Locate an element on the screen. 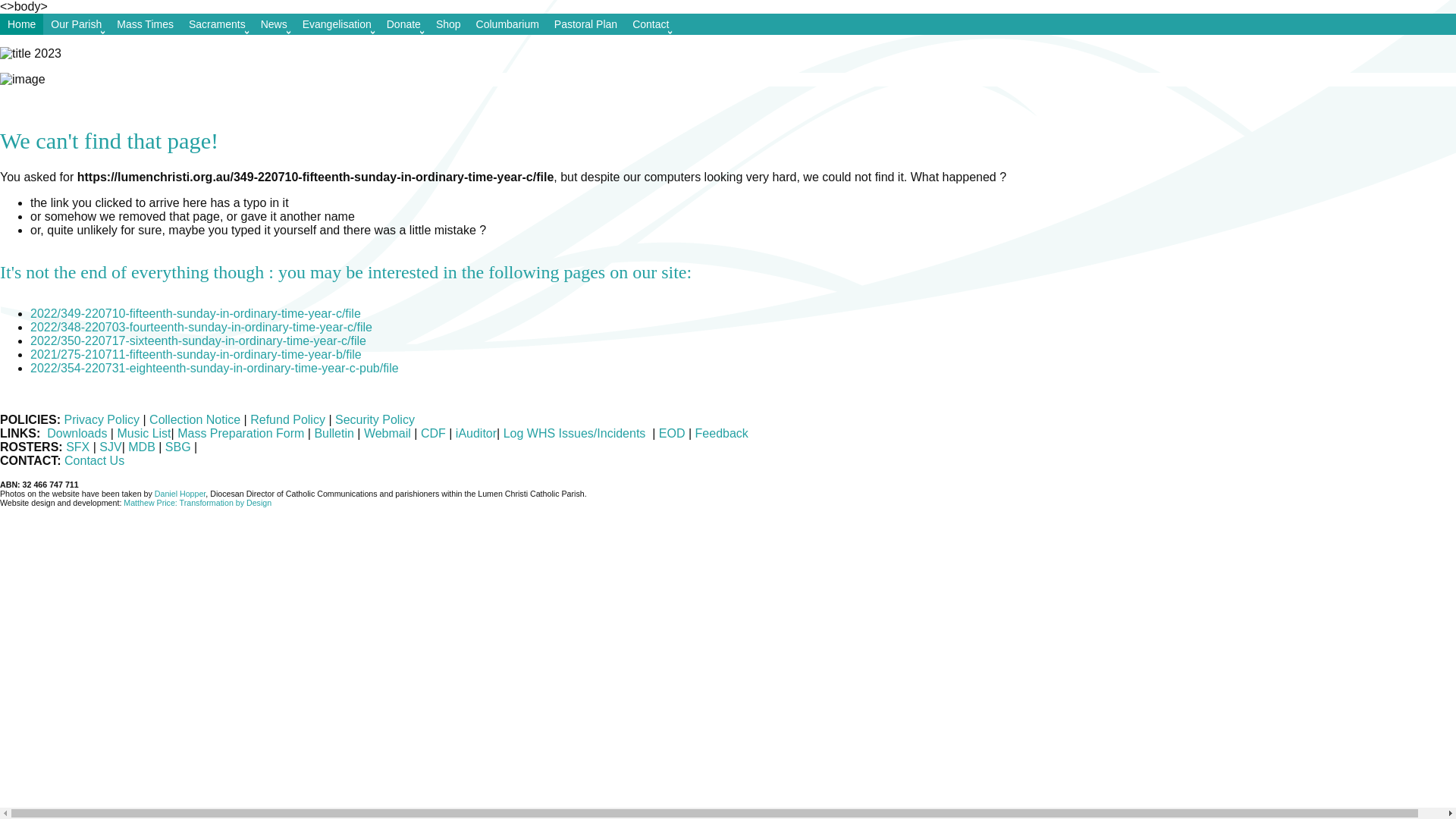 This screenshot has width=1456, height=819. 'News is located at coordinates (274, 24).